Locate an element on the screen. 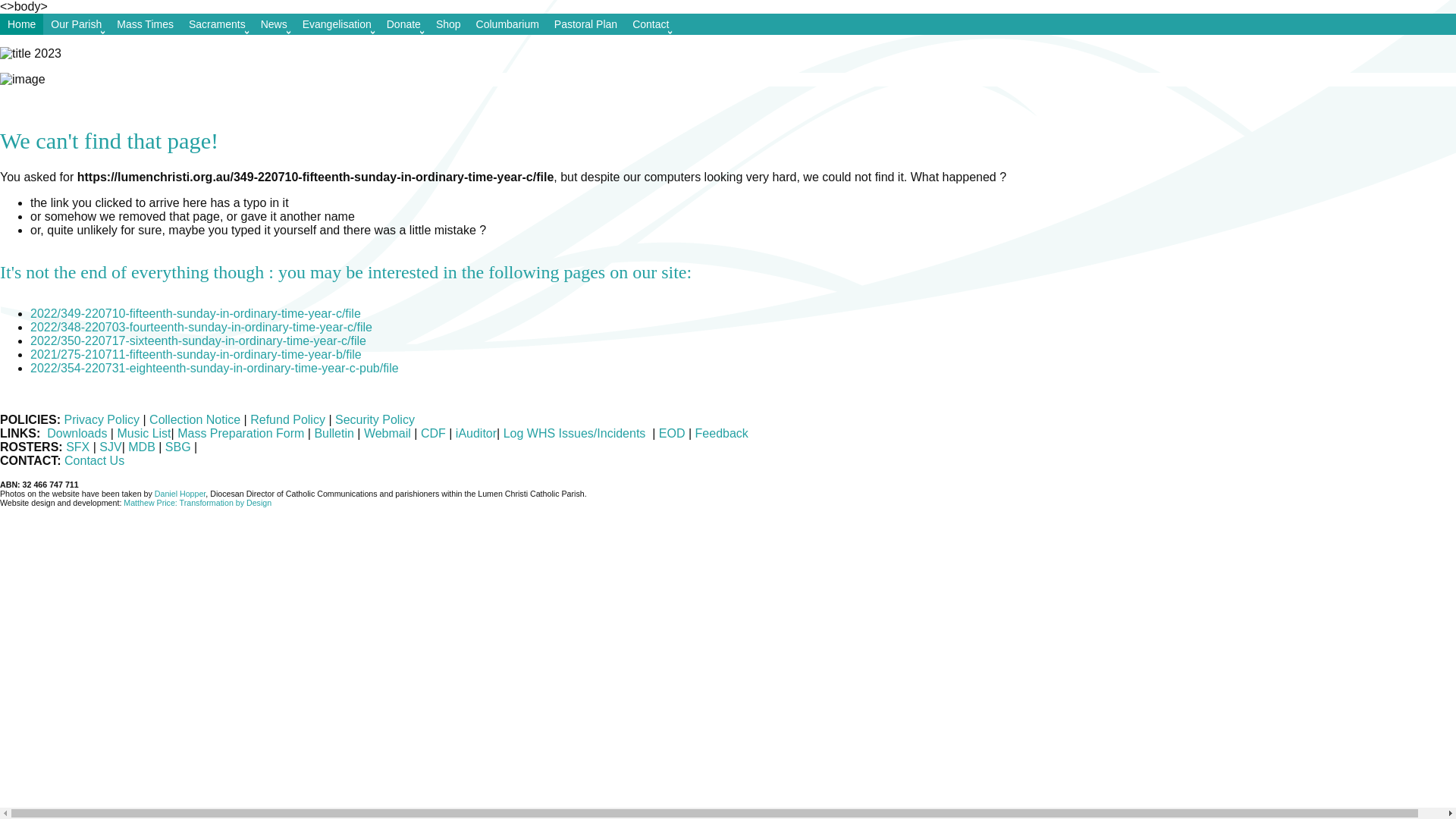 This screenshot has width=1456, height=819. 'News is located at coordinates (274, 24).